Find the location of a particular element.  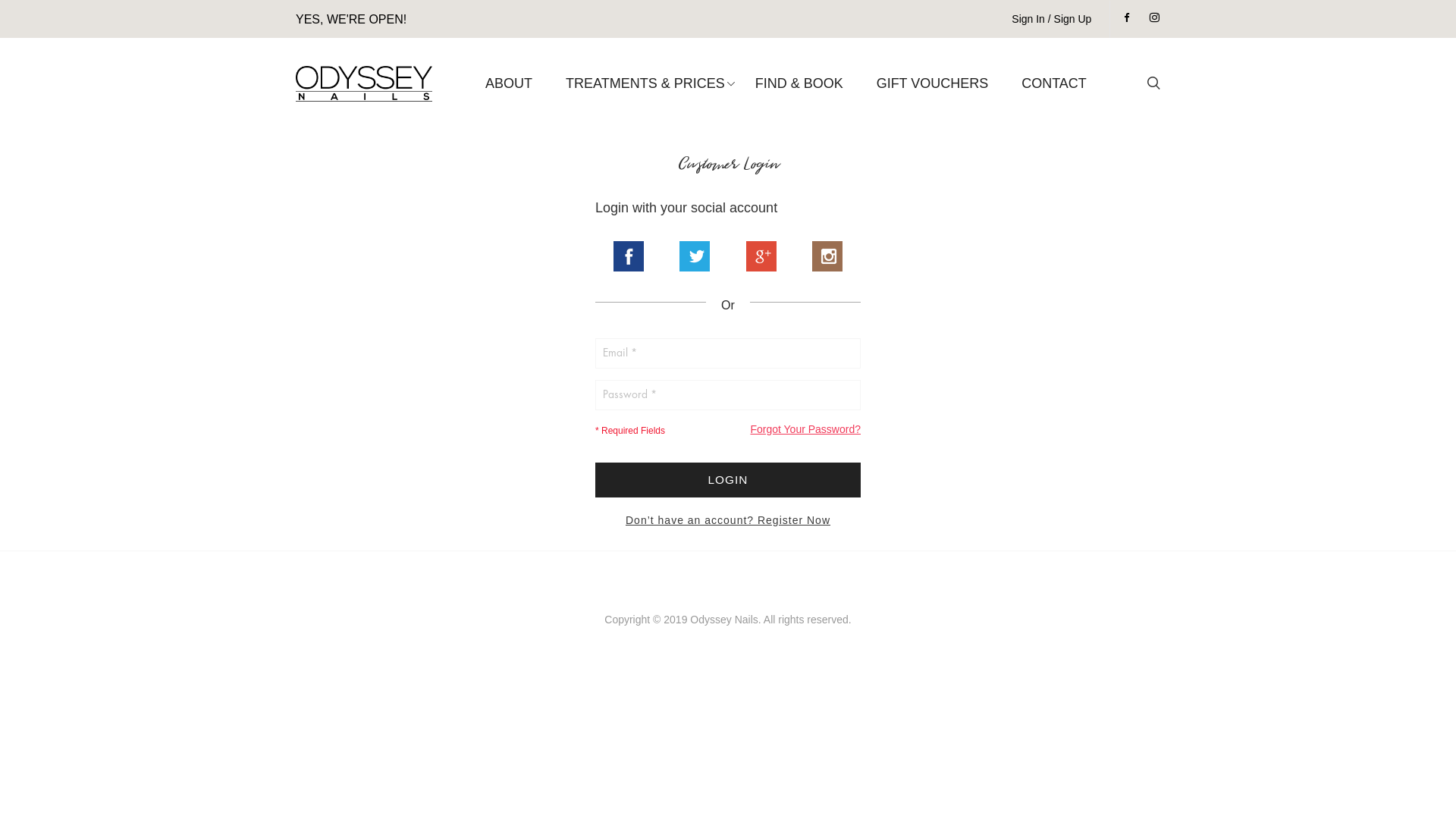

'ABOUT' is located at coordinates (509, 83).